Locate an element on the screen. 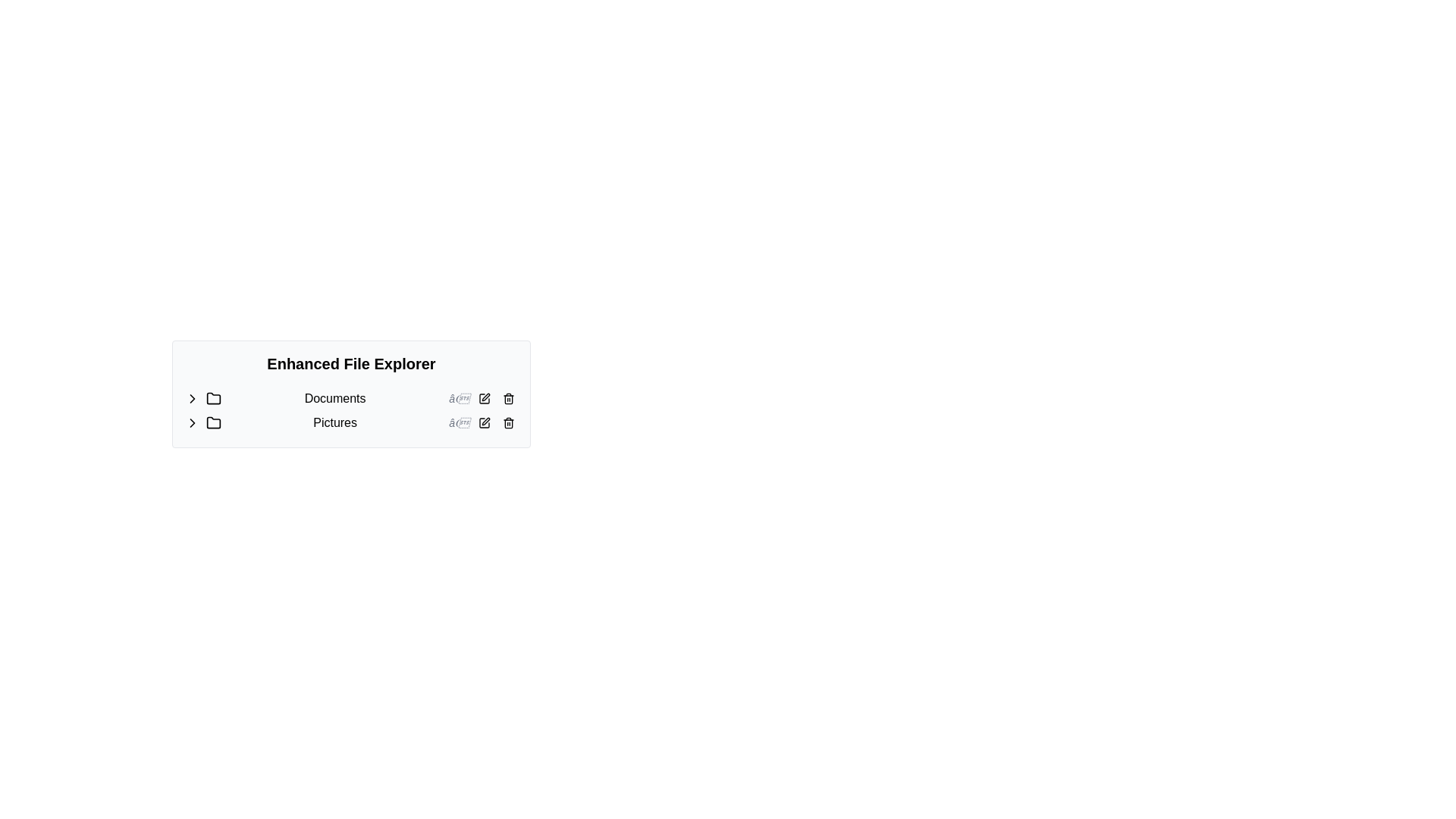  the button with a pen icon, located in the second row to the right of 'Pictures', to observe its hover effect is located at coordinates (483, 423).